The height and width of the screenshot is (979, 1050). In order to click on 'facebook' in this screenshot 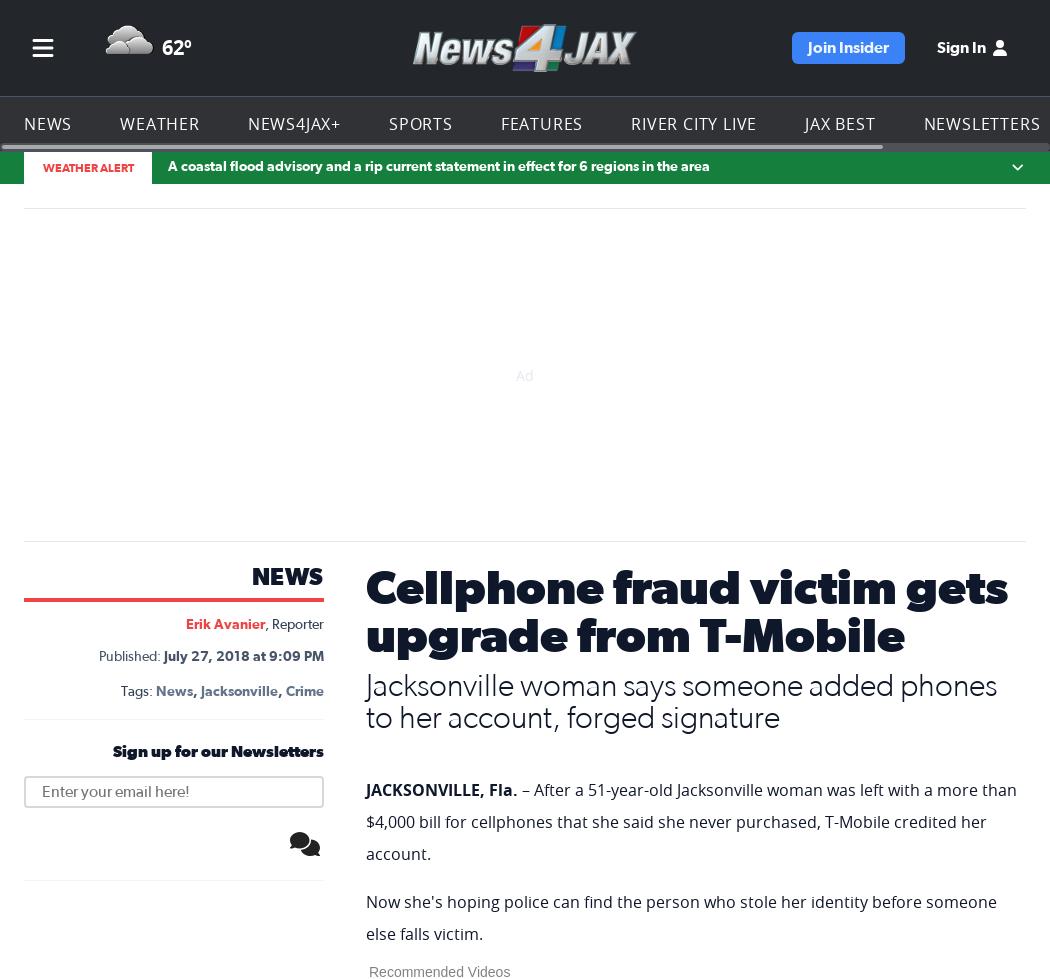, I will do `click(467, 852)`.